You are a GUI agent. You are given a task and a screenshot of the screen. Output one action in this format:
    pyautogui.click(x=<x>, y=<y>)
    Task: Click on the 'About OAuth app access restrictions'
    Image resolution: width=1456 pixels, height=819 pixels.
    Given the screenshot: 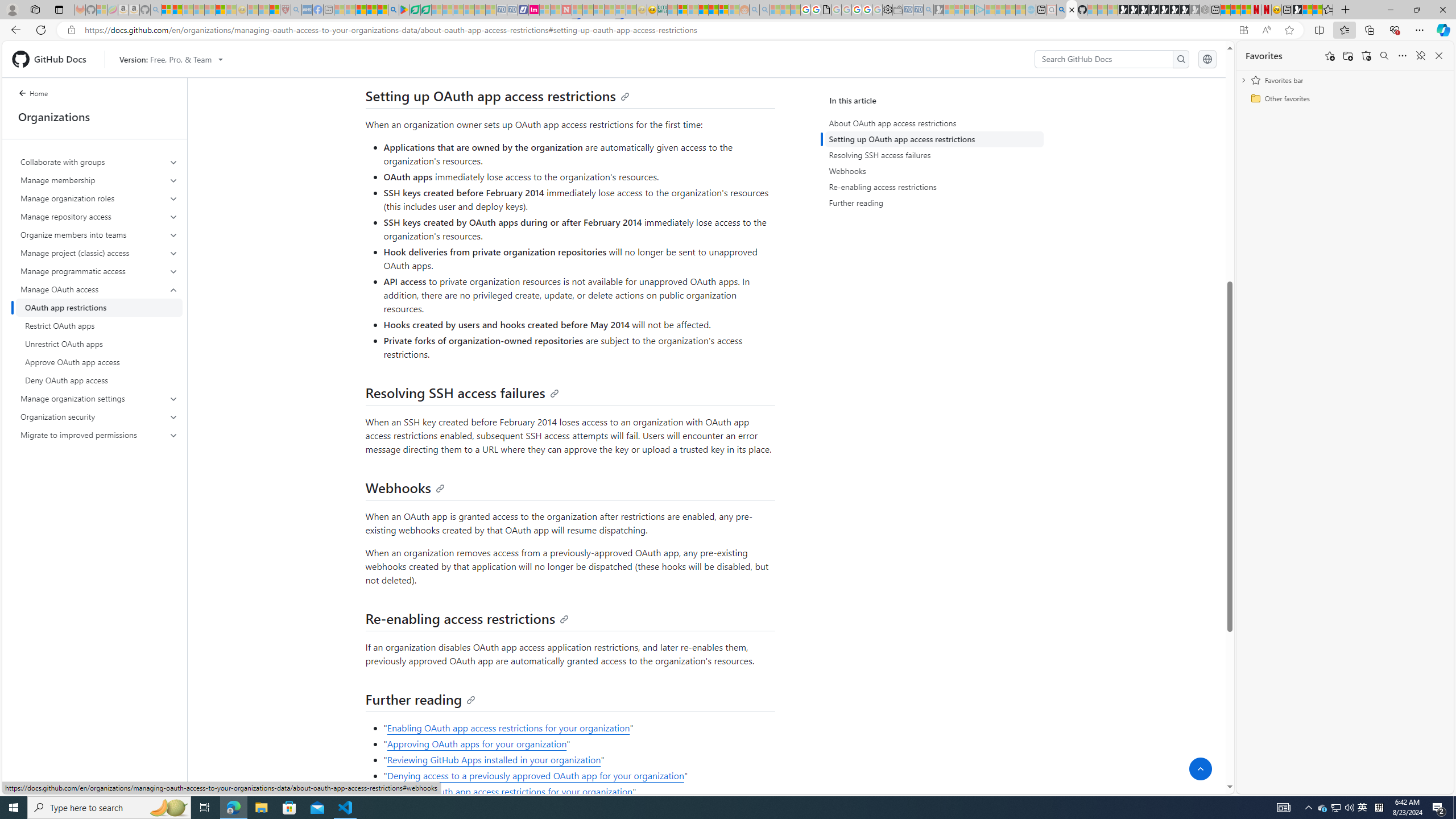 What is the action you would take?
    pyautogui.click(x=936, y=122)
    